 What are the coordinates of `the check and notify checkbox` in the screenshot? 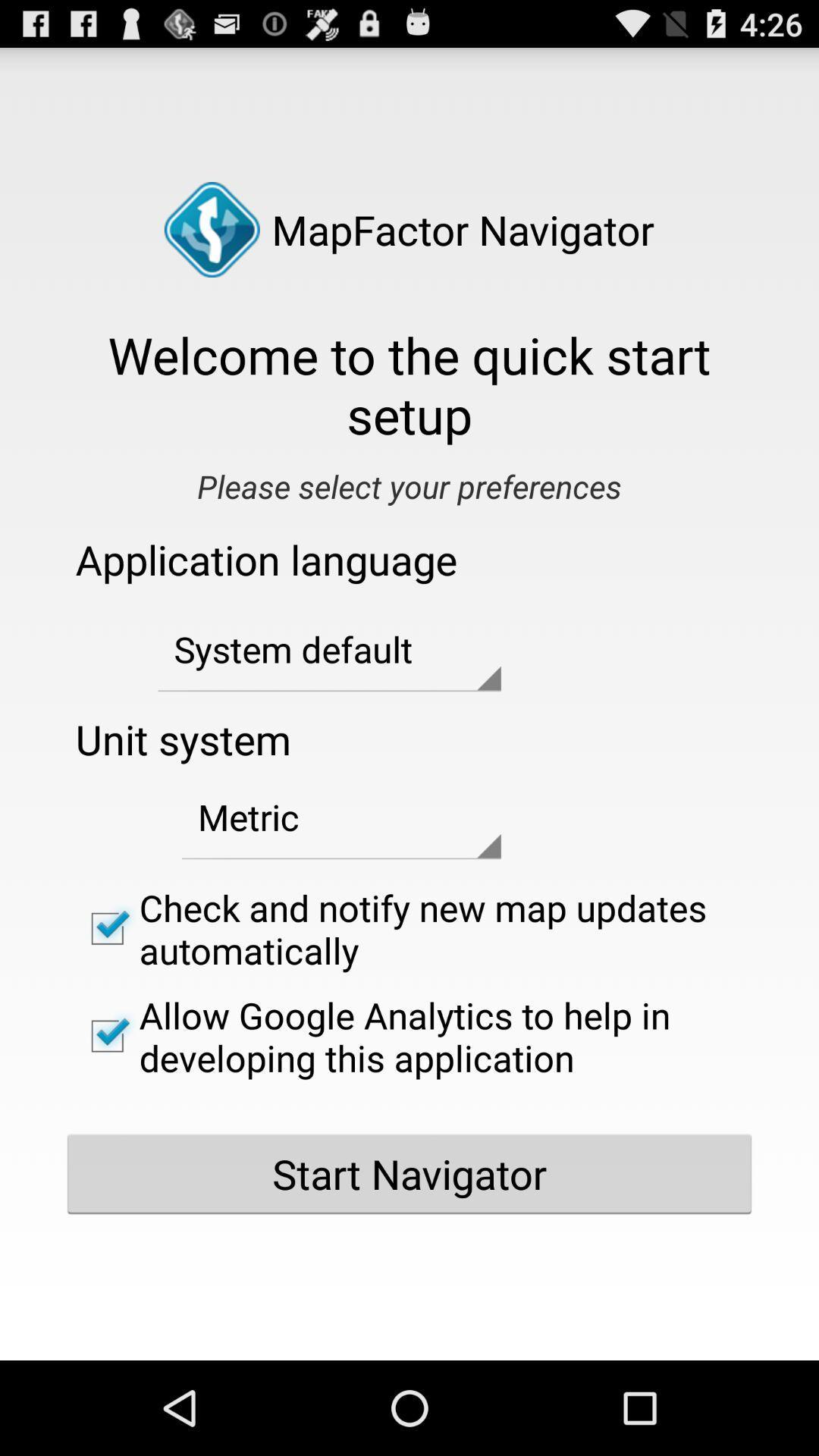 It's located at (409, 928).